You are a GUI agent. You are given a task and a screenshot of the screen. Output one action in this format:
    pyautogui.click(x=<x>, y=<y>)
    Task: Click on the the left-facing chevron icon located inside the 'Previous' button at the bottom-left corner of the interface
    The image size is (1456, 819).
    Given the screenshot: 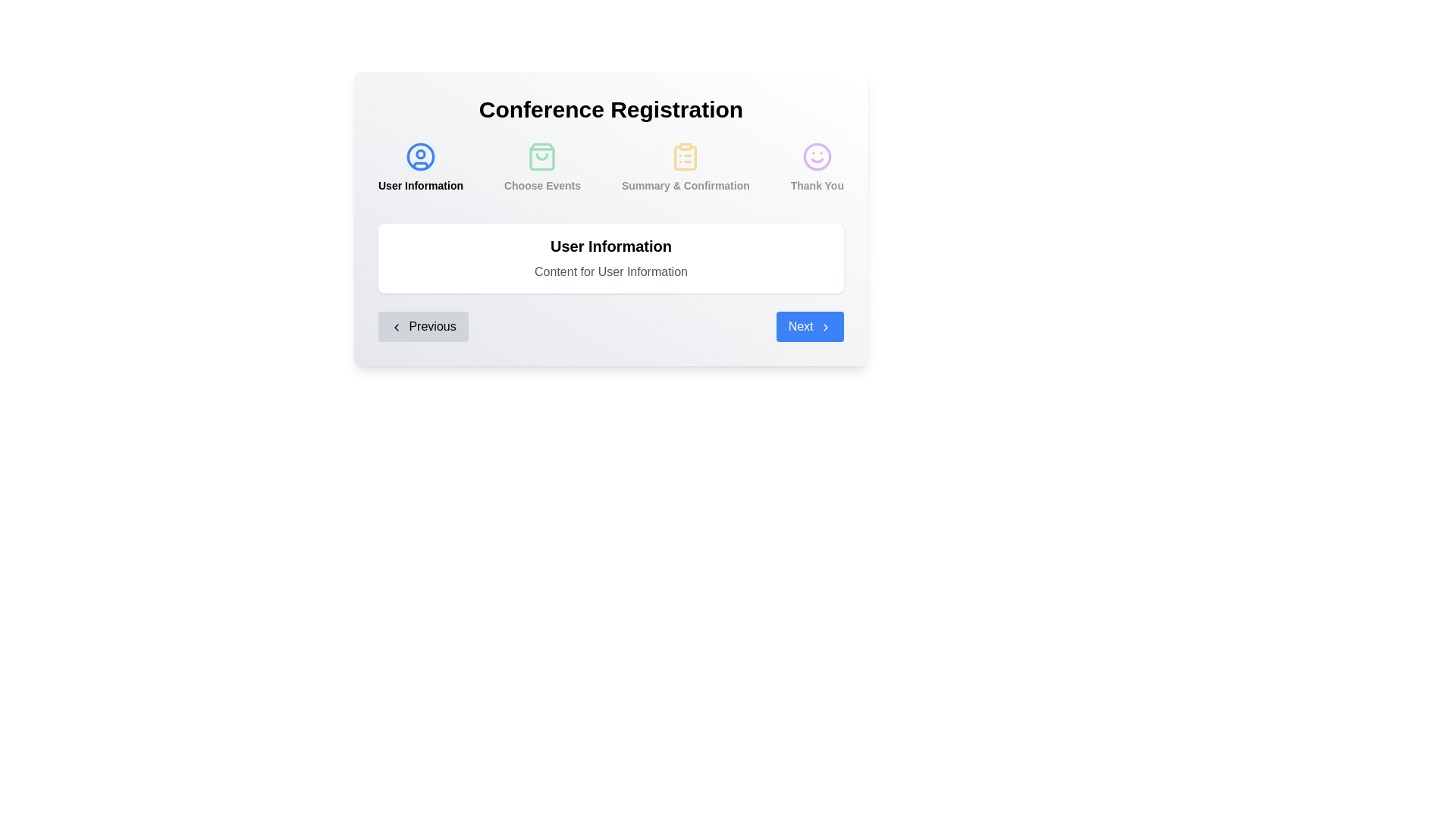 What is the action you would take?
    pyautogui.click(x=397, y=326)
    